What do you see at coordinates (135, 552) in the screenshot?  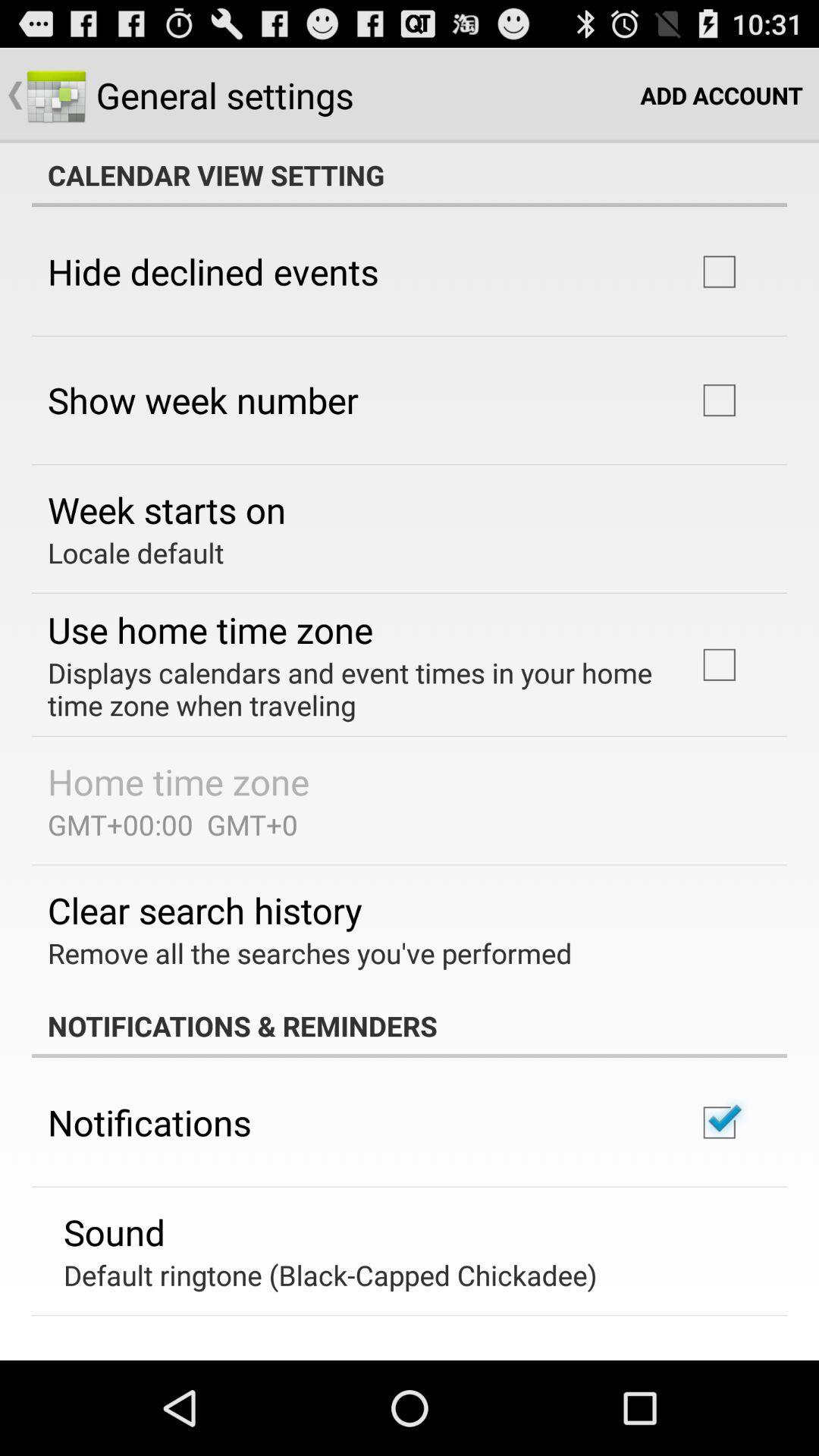 I see `the icon below the week starts on` at bounding box center [135, 552].